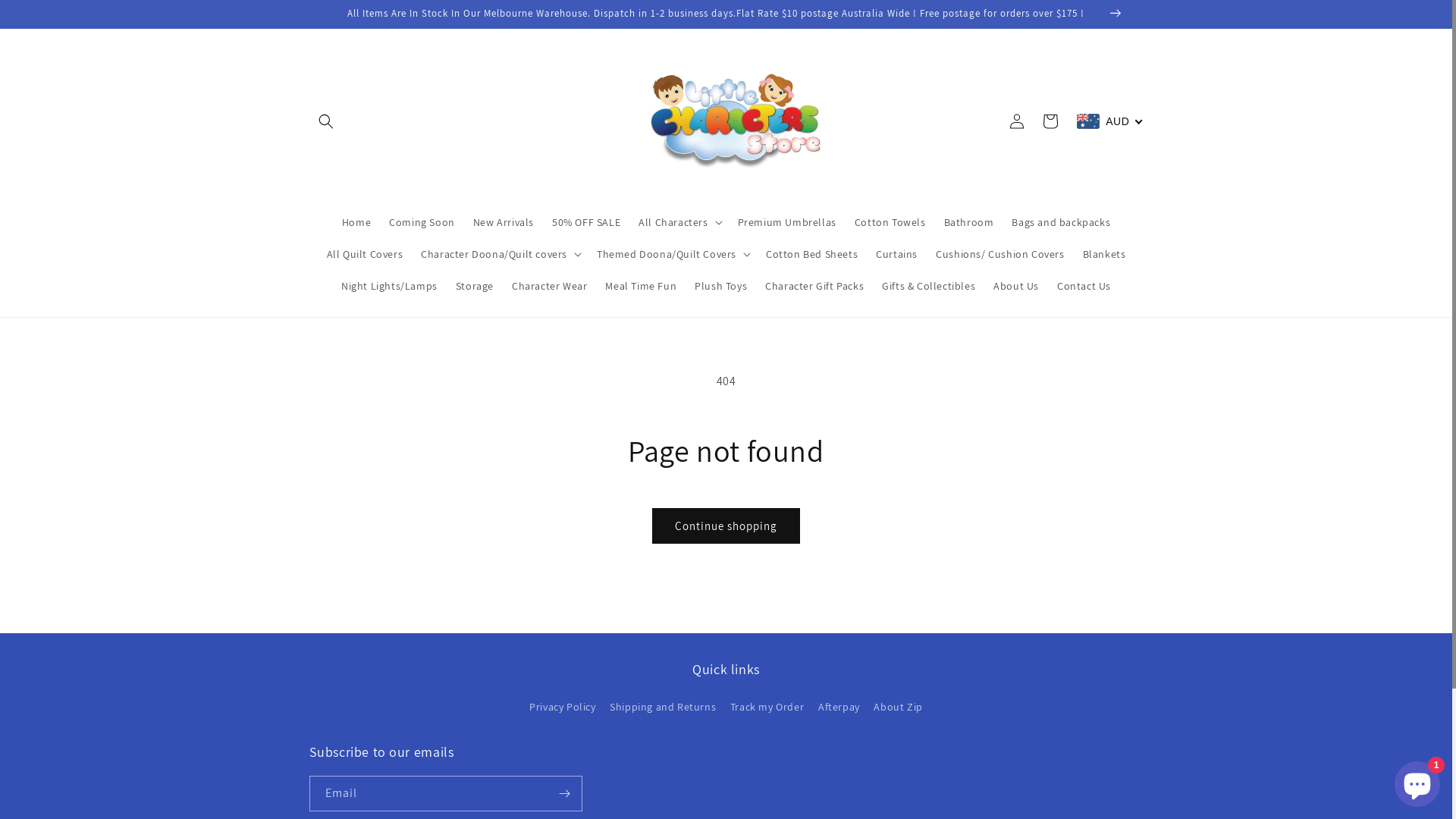  What do you see at coordinates (1050, 120) in the screenshot?
I see `'Cart'` at bounding box center [1050, 120].